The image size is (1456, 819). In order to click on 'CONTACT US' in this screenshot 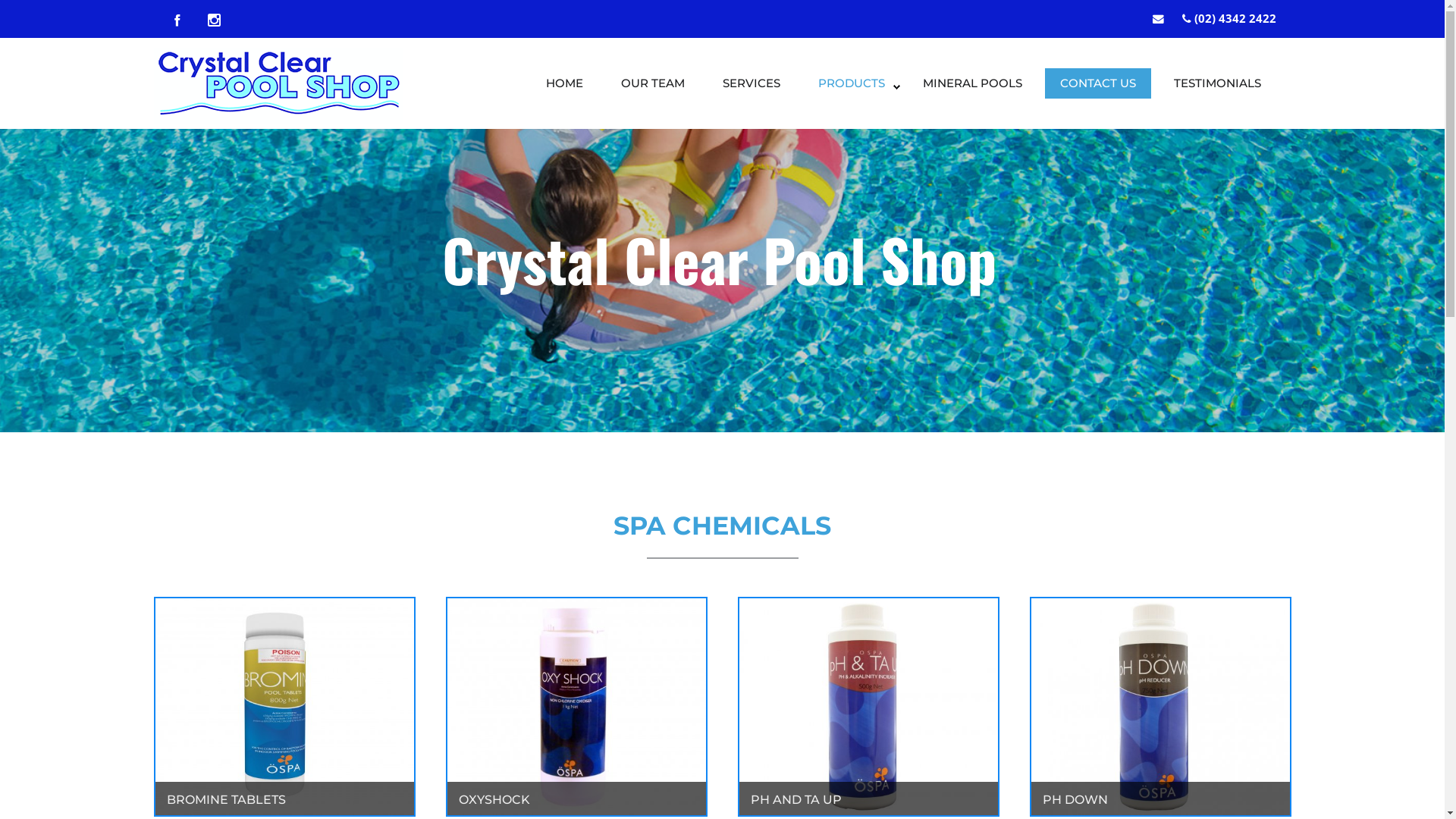, I will do `click(1059, 83)`.